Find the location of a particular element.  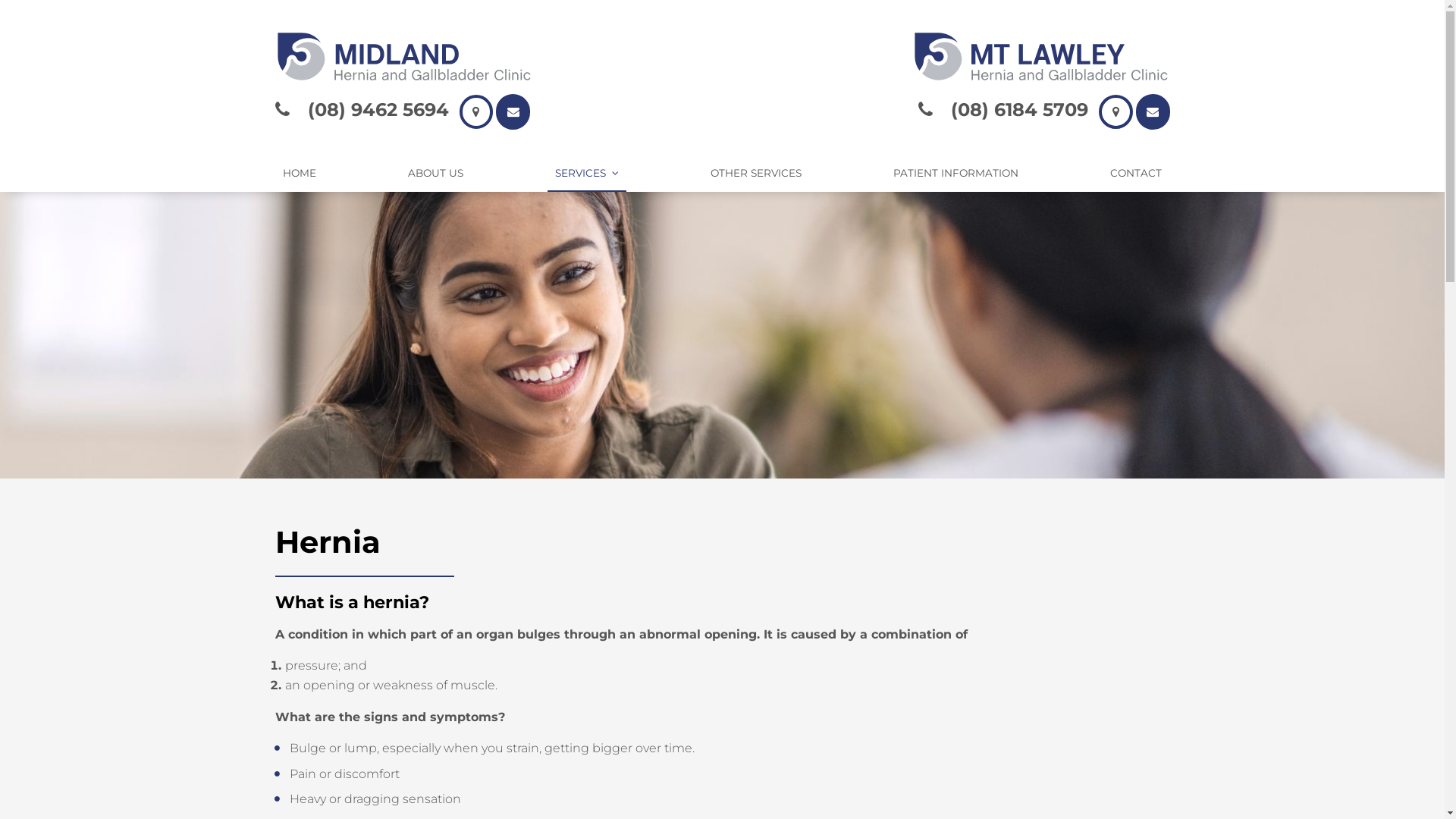

'ABOUT US' is located at coordinates (435, 174).